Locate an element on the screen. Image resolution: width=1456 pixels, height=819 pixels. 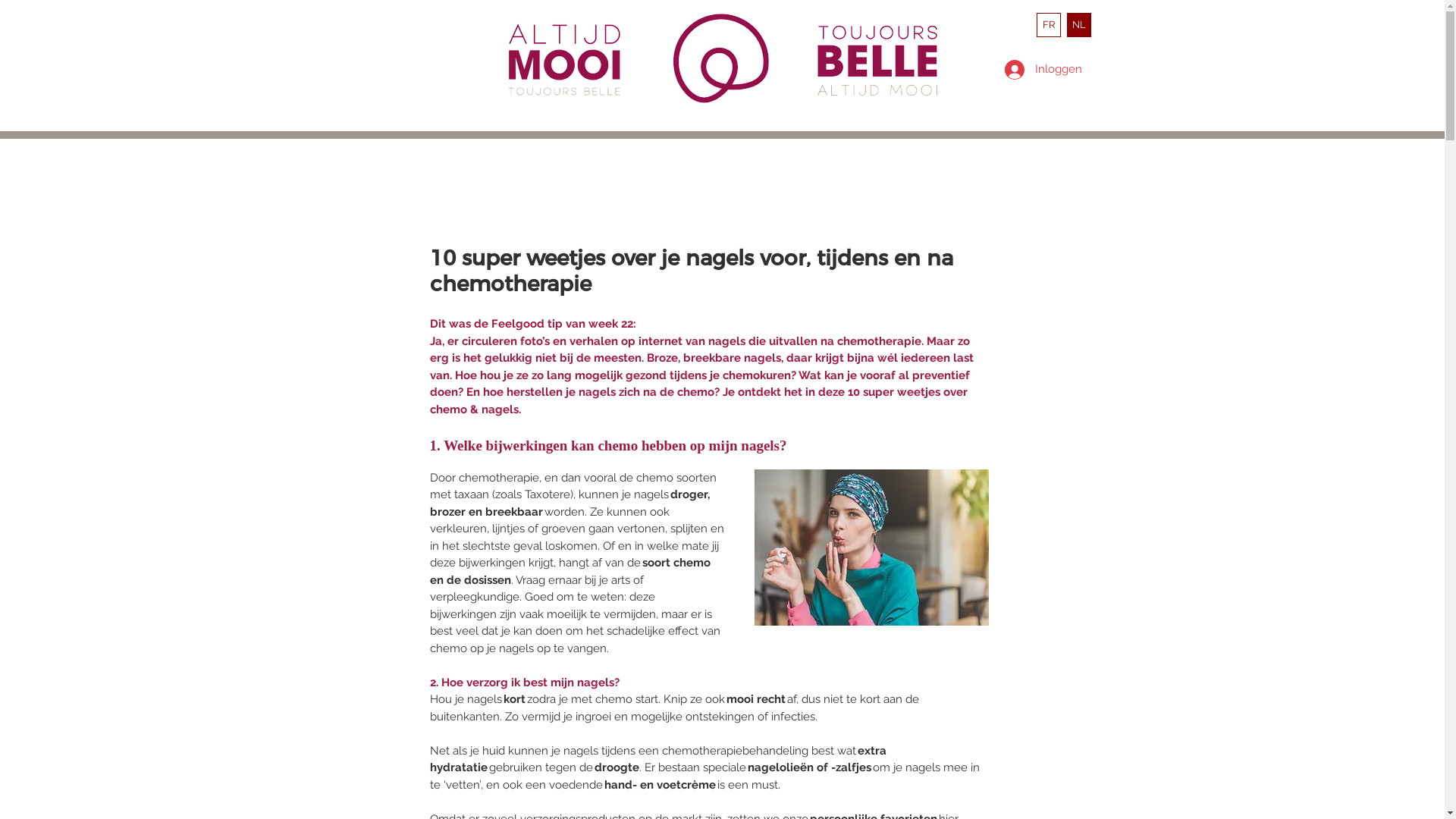
'NL' is located at coordinates (1077, 25).